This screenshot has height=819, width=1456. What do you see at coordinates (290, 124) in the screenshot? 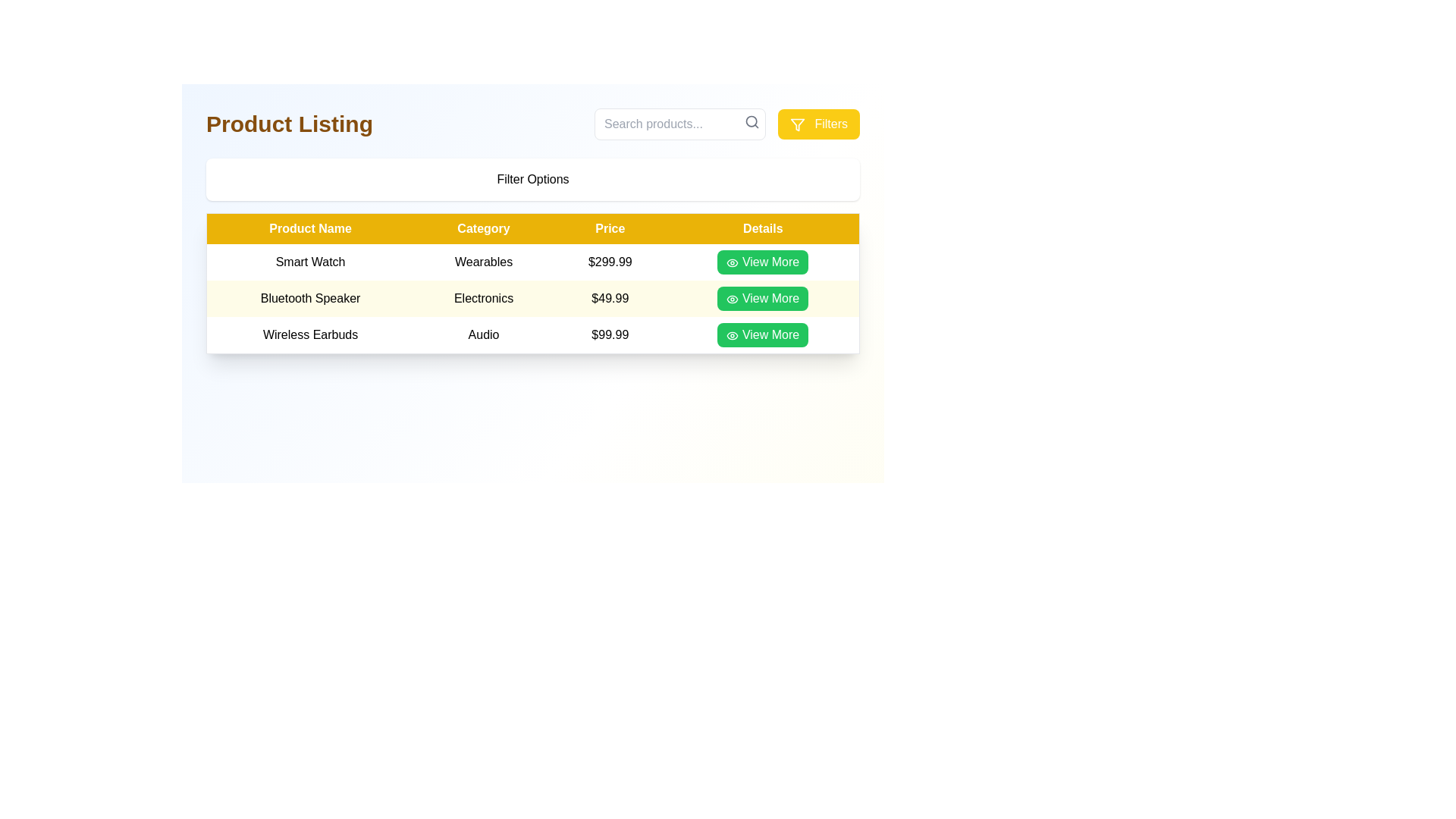
I see `the Header text displaying 'Product Listing' which is bold and yellow-brown, positioned above a table structure` at bounding box center [290, 124].